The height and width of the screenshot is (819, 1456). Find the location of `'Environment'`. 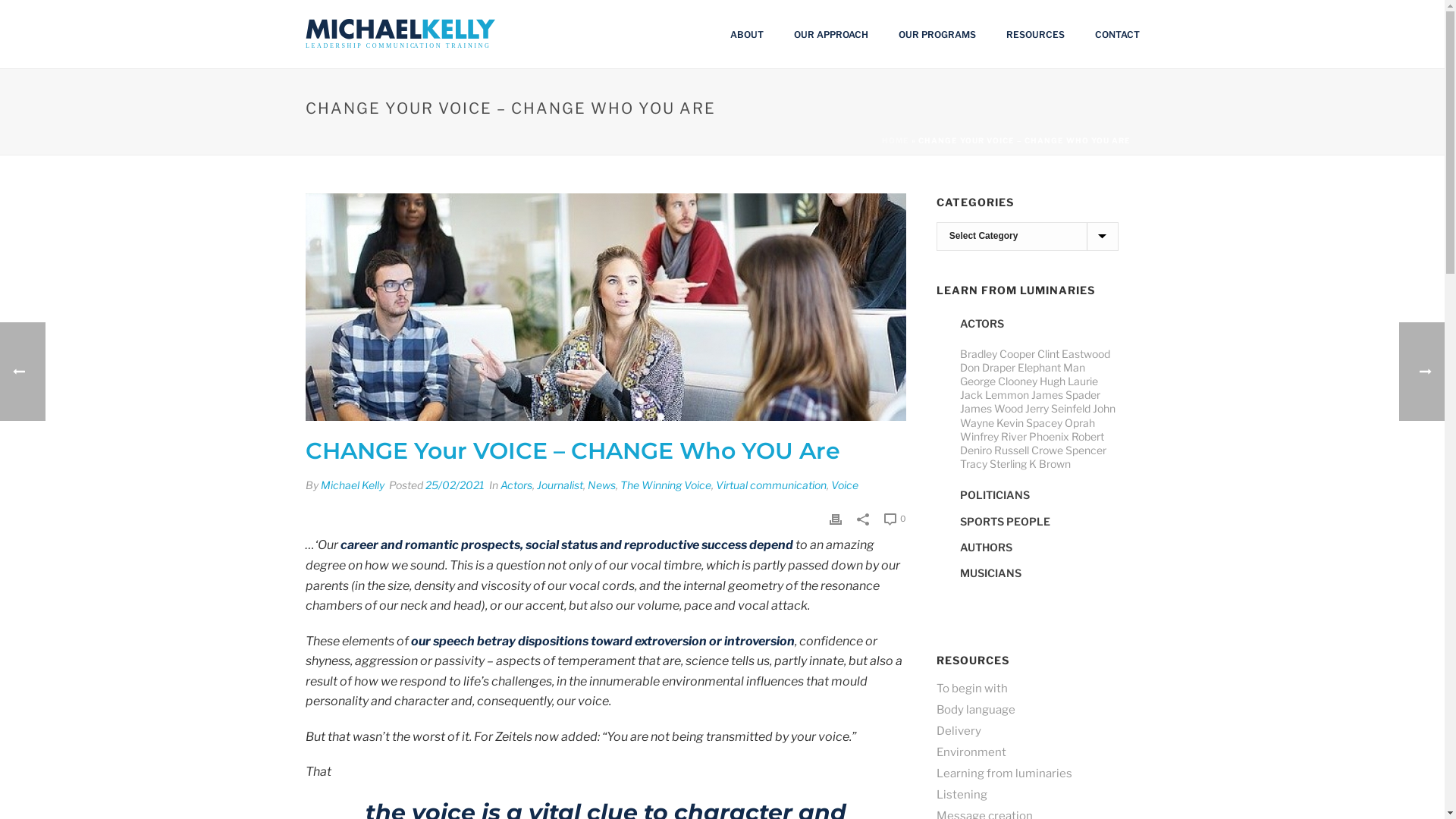

'Environment' is located at coordinates (935, 752).